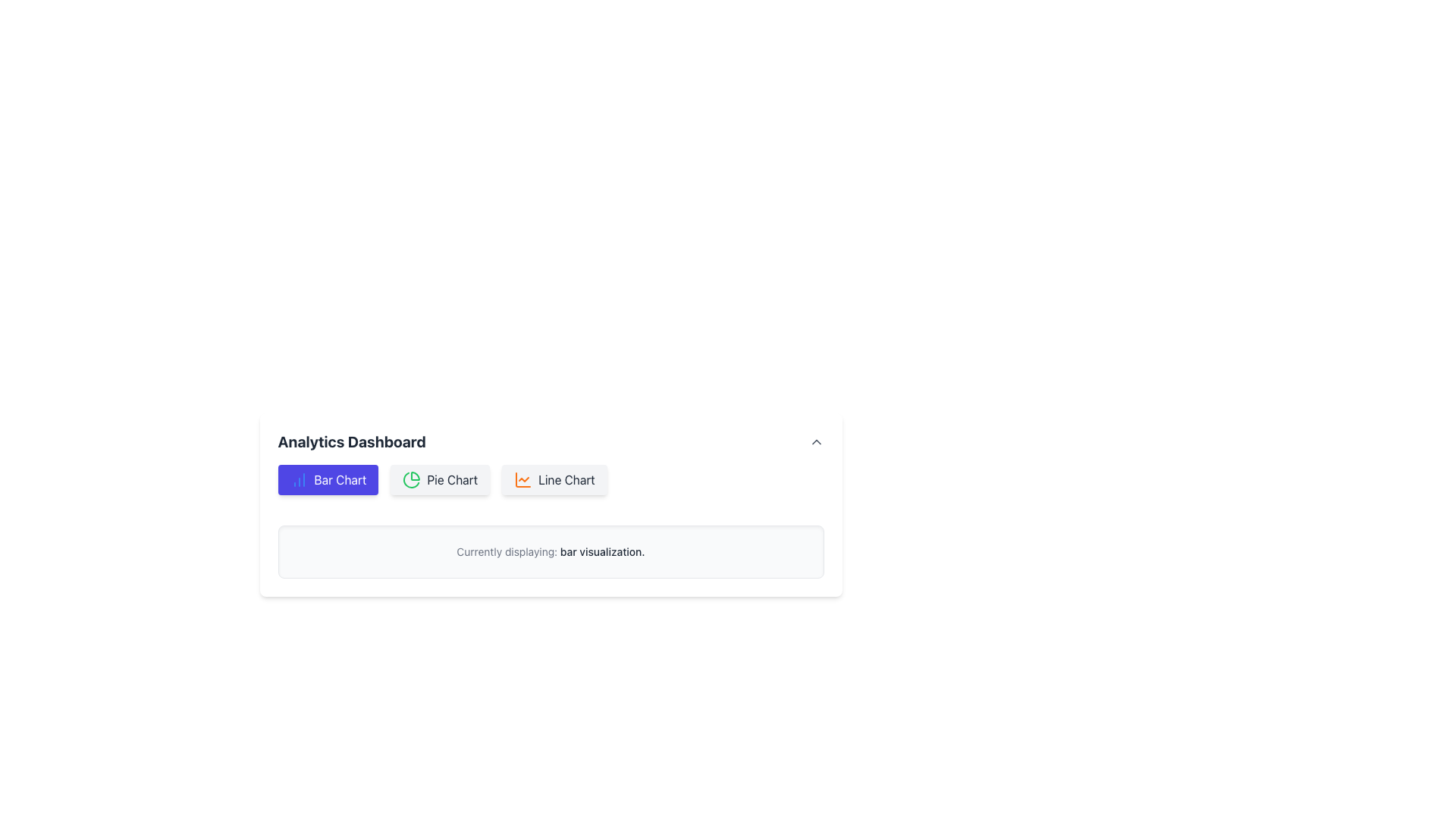 Image resolution: width=1456 pixels, height=819 pixels. I want to click on the bar chart icon located to the left of the 'Bar Chart' button in the chart selection interface, so click(299, 479).